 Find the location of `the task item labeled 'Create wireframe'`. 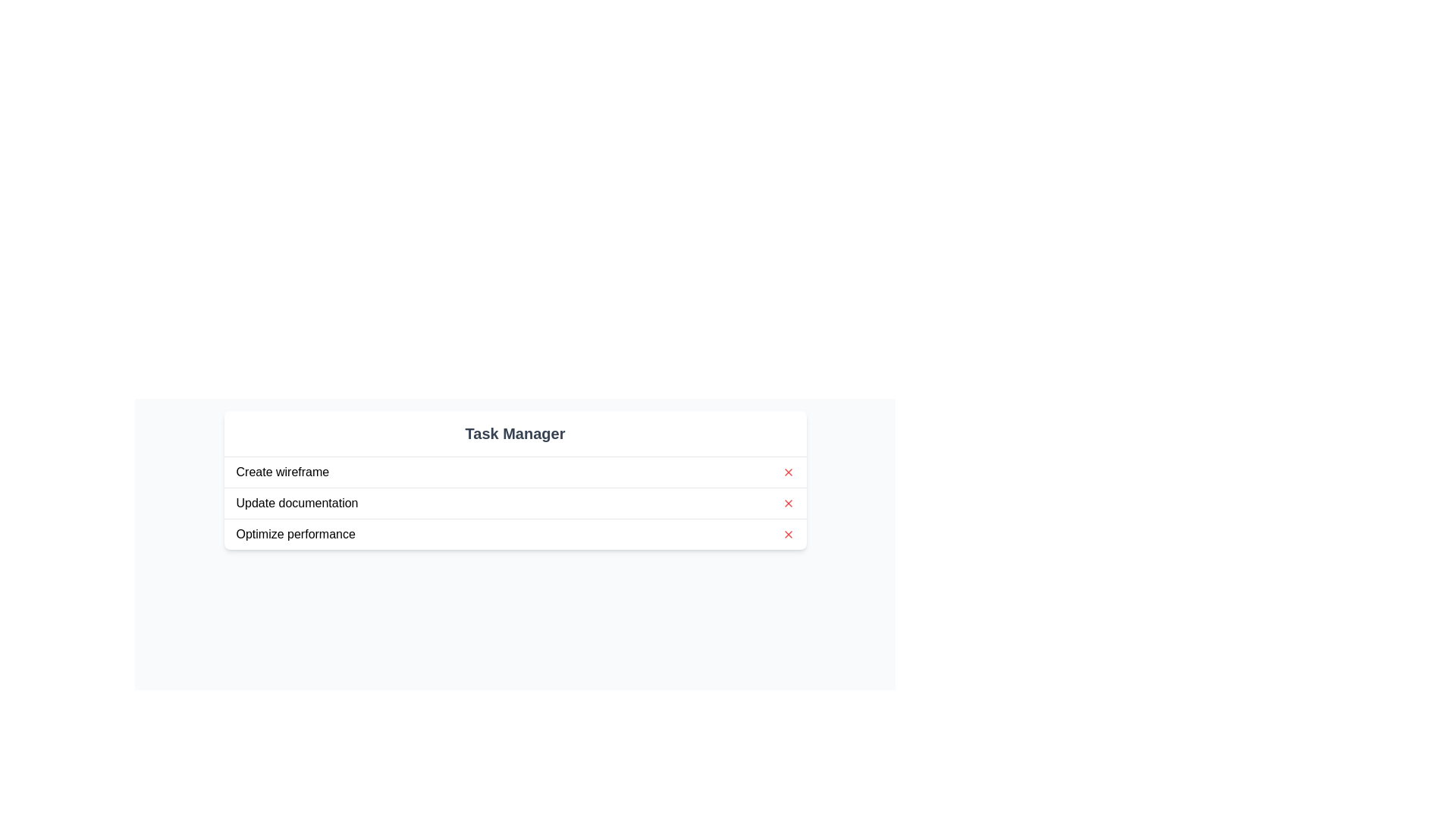

the task item labeled 'Create wireframe' is located at coordinates (515, 472).